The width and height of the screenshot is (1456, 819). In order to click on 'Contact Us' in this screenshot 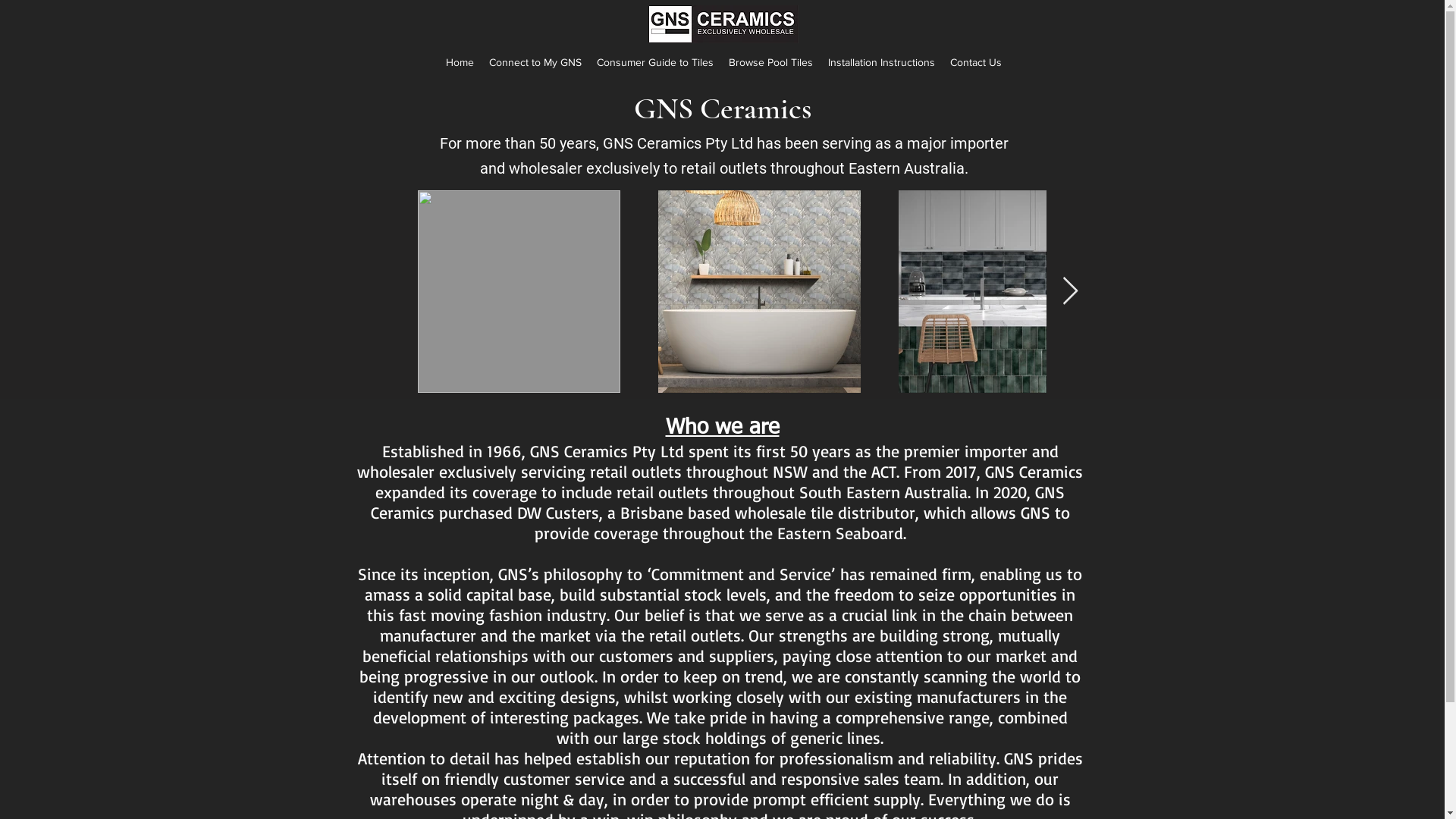, I will do `click(975, 61)`.